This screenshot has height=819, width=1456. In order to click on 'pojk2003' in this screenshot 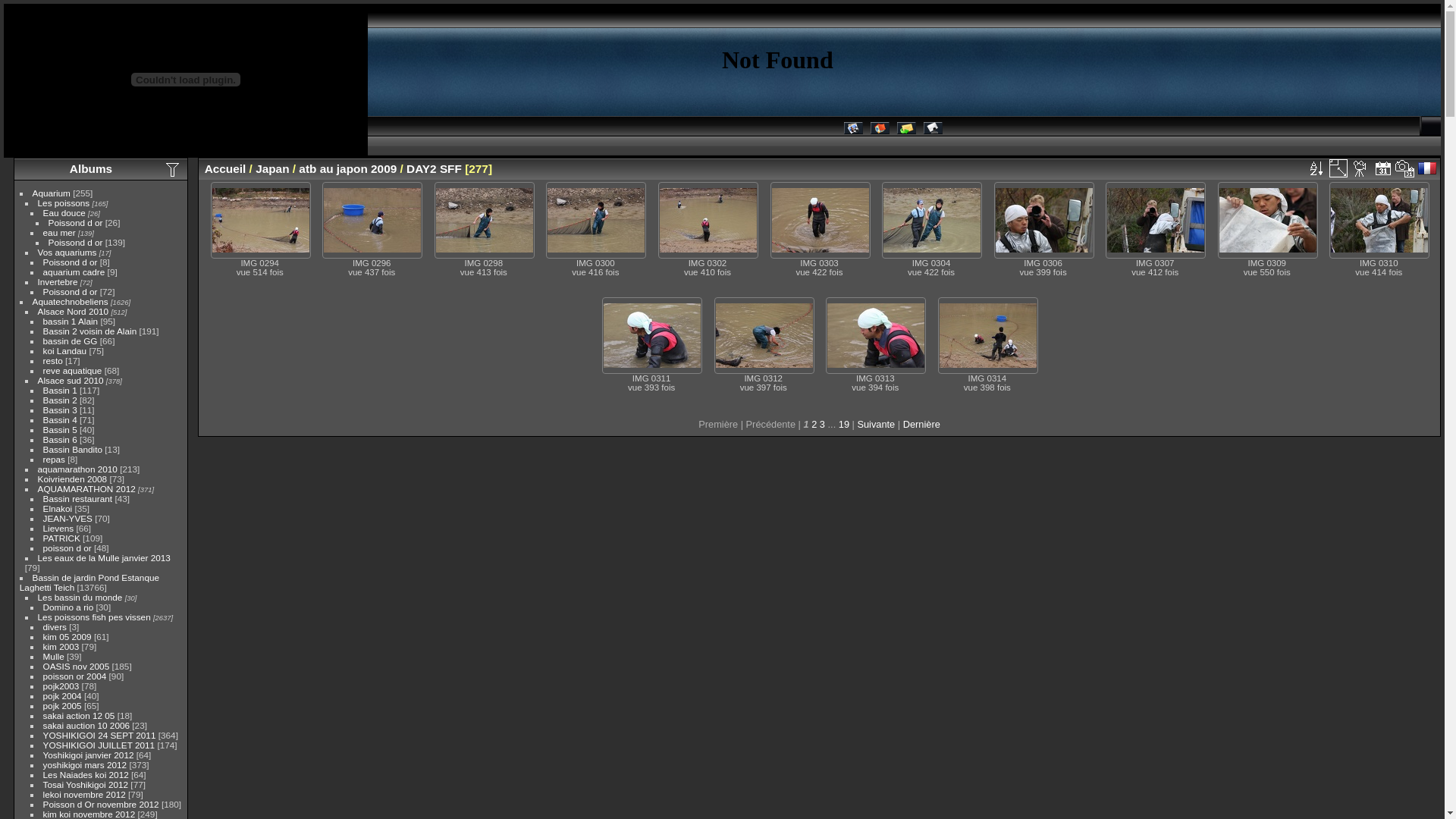, I will do `click(61, 686)`.